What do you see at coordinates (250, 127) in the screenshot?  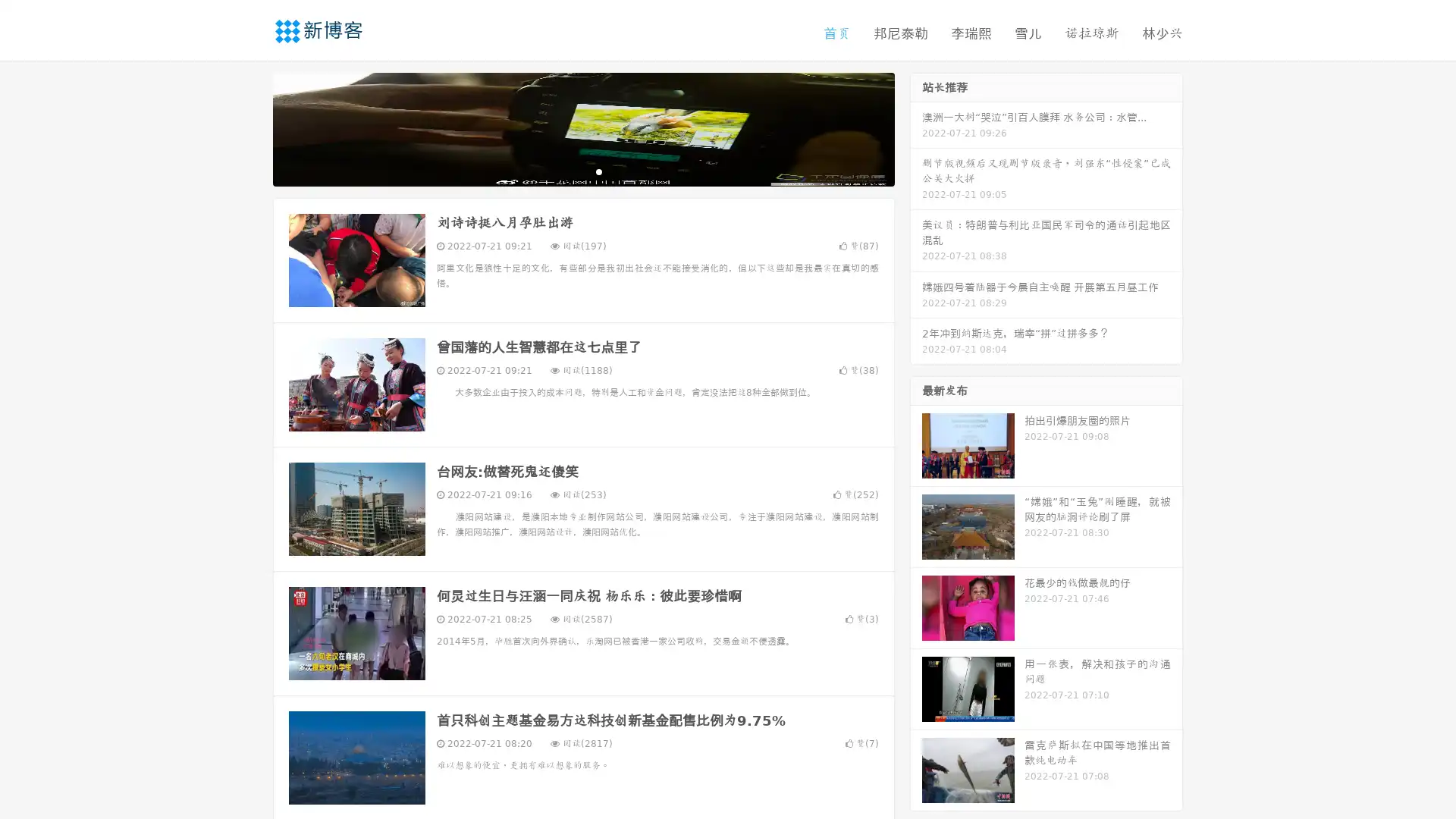 I see `Previous slide` at bounding box center [250, 127].